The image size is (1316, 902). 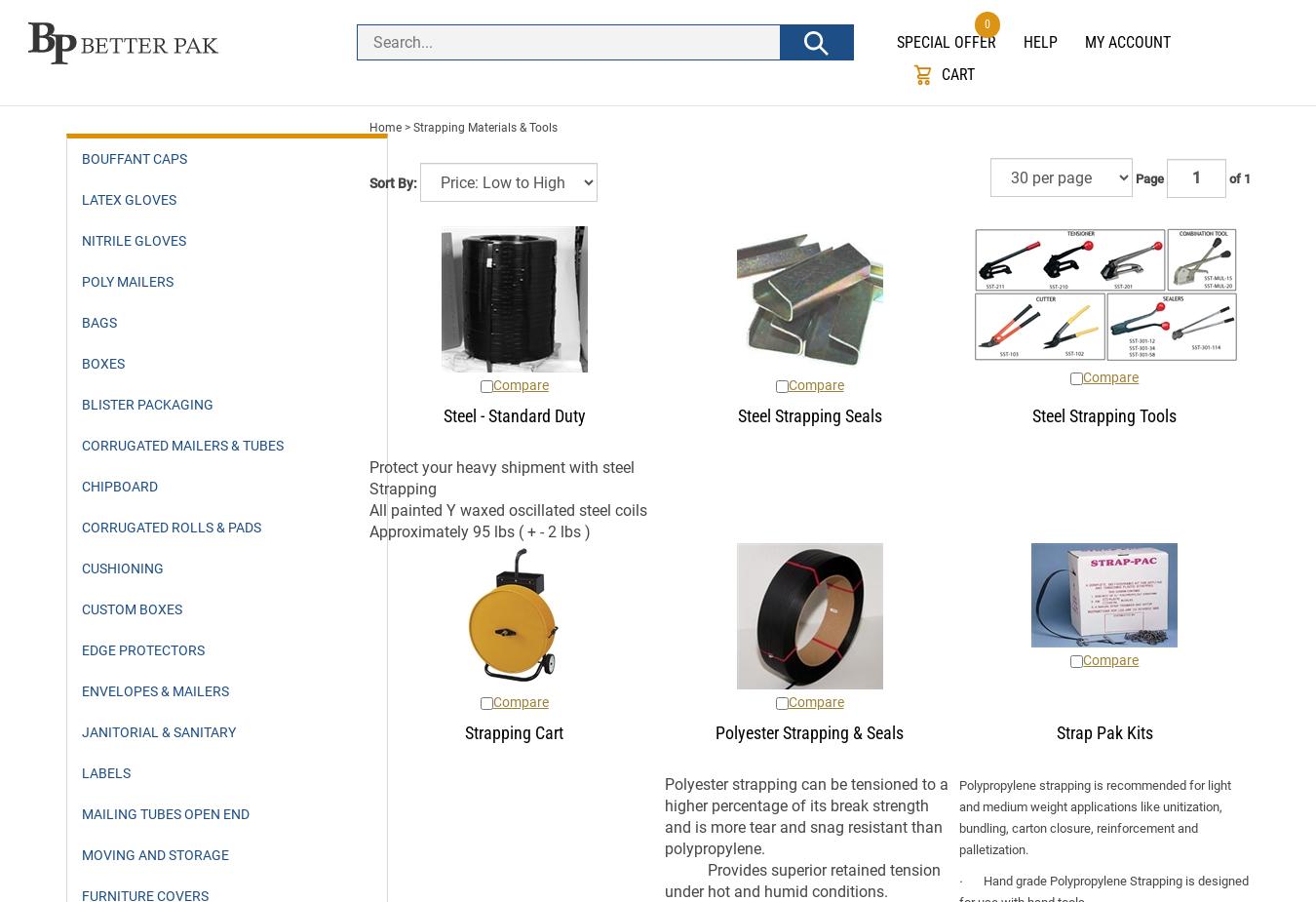 I want to click on 'All painted Y waxed oscillated steel coils', so click(x=506, y=510).